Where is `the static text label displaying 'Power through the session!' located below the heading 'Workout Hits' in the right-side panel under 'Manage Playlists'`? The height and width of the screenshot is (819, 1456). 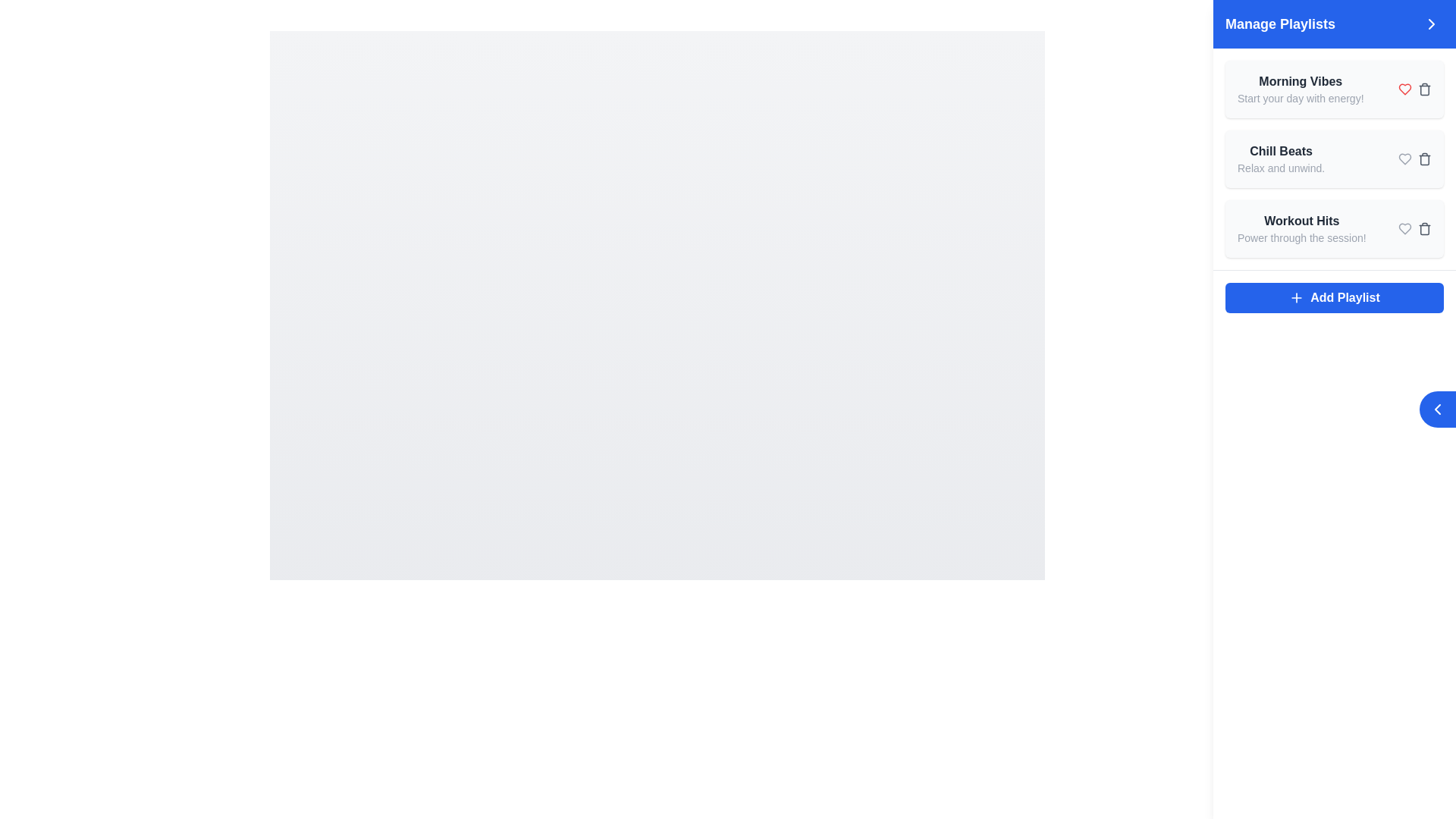 the static text label displaying 'Power through the session!' located below the heading 'Workout Hits' in the right-side panel under 'Manage Playlists' is located at coordinates (1301, 237).